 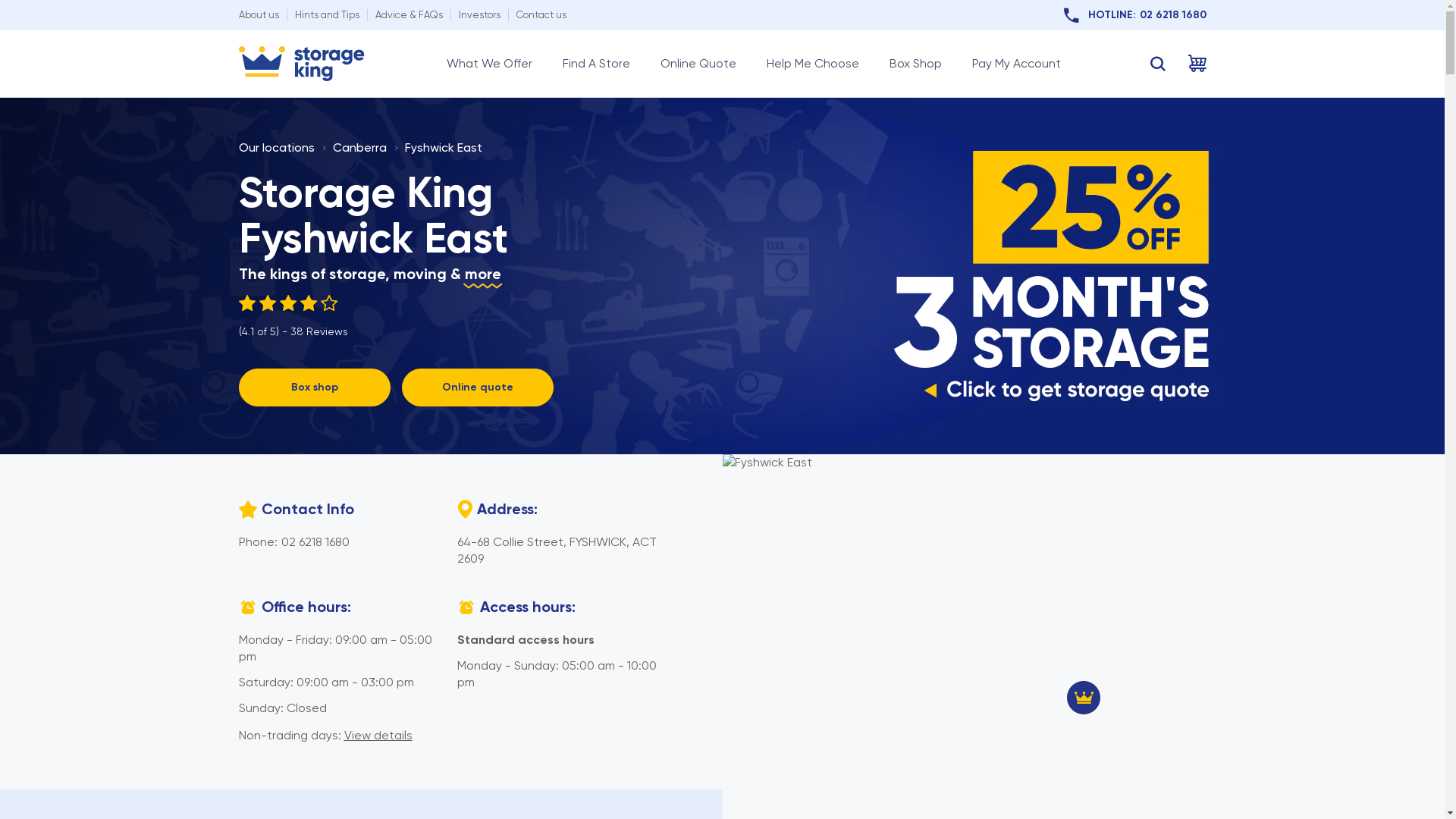 I want to click on 'What We Offer', so click(x=488, y=63).